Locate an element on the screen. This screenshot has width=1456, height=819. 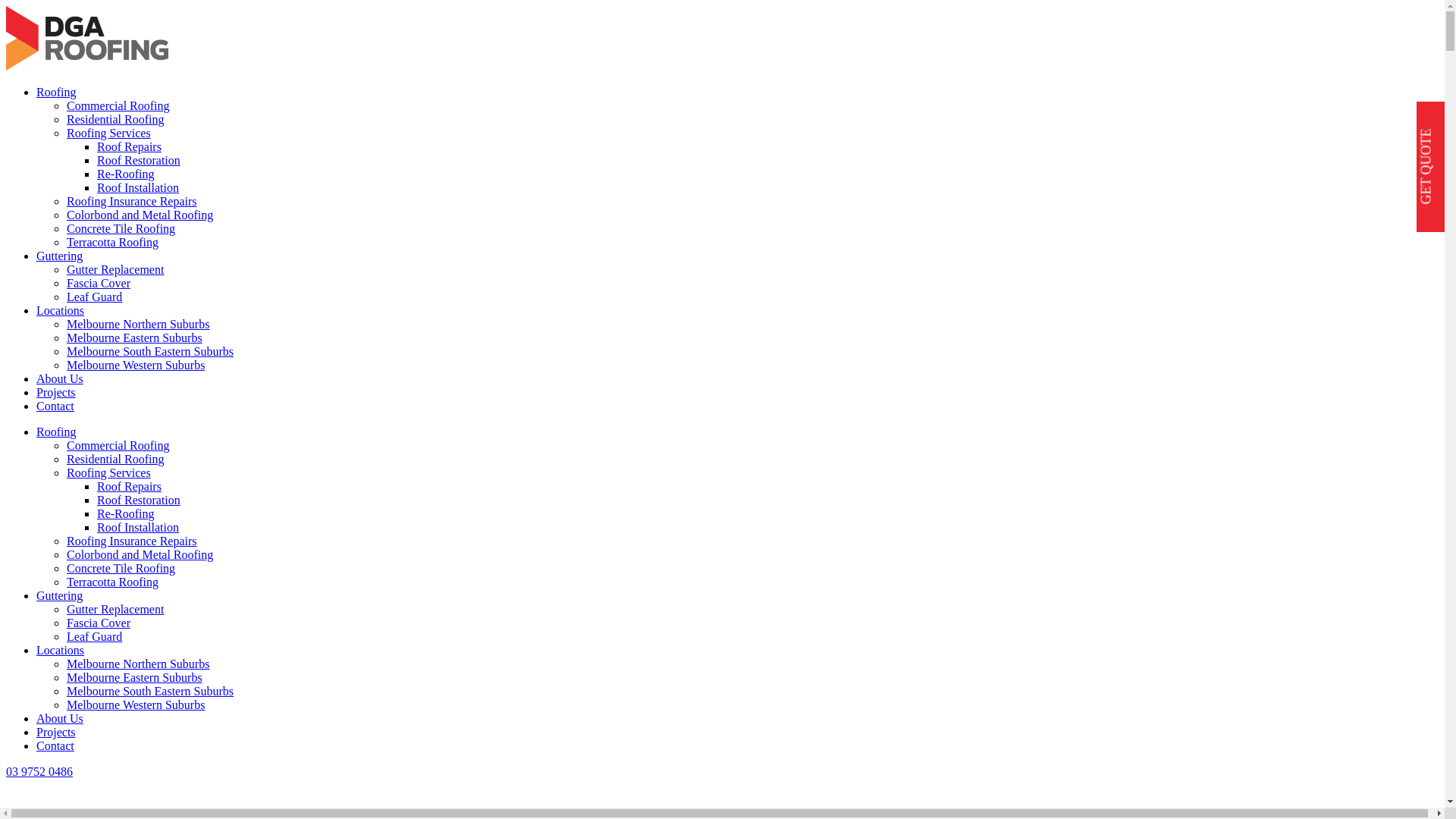
'Colorbond and Metal Roofing' is located at coordinates (140, 554).